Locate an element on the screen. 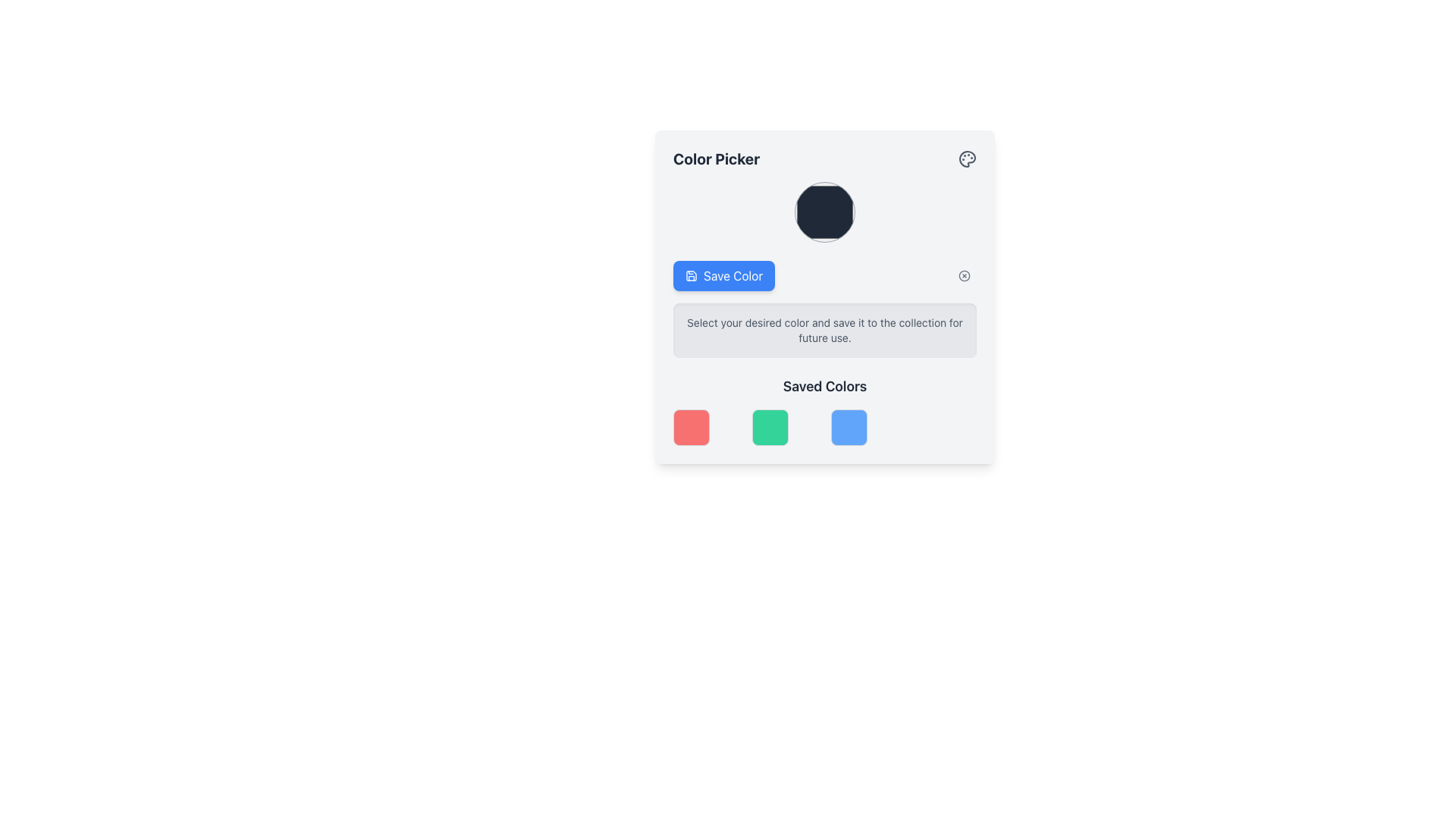 This screenshot has height=819, width=1456. the instructional text that reads 'Select your desired color and save it to the collection for future use,' which is located beneath the 'Save Color' button and above the 'Saved Colors' section is located at coordinates (824, 329).